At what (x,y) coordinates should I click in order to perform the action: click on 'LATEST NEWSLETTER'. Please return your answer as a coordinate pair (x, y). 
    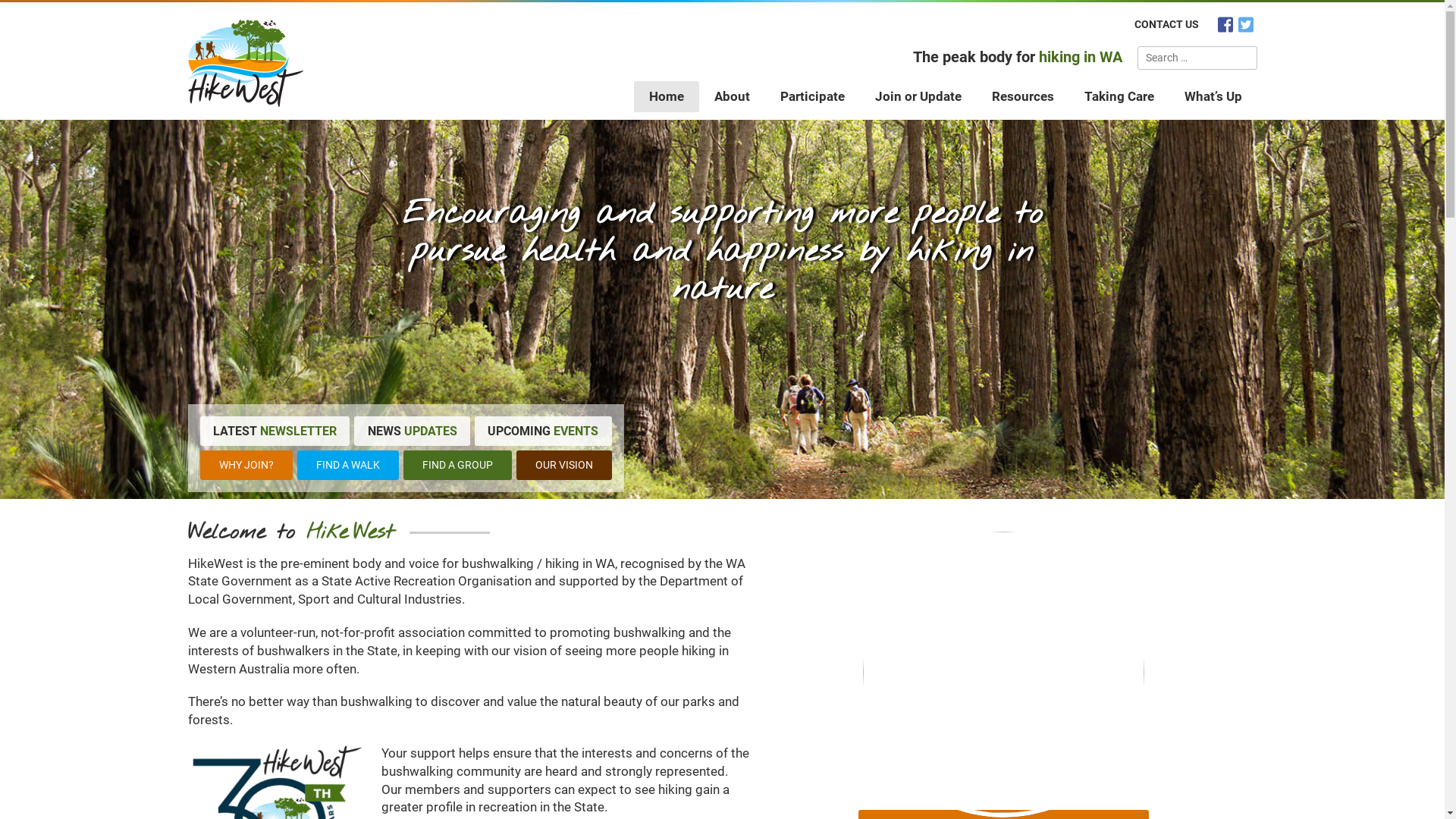
    Looking at the image, I should click on (275, 430).